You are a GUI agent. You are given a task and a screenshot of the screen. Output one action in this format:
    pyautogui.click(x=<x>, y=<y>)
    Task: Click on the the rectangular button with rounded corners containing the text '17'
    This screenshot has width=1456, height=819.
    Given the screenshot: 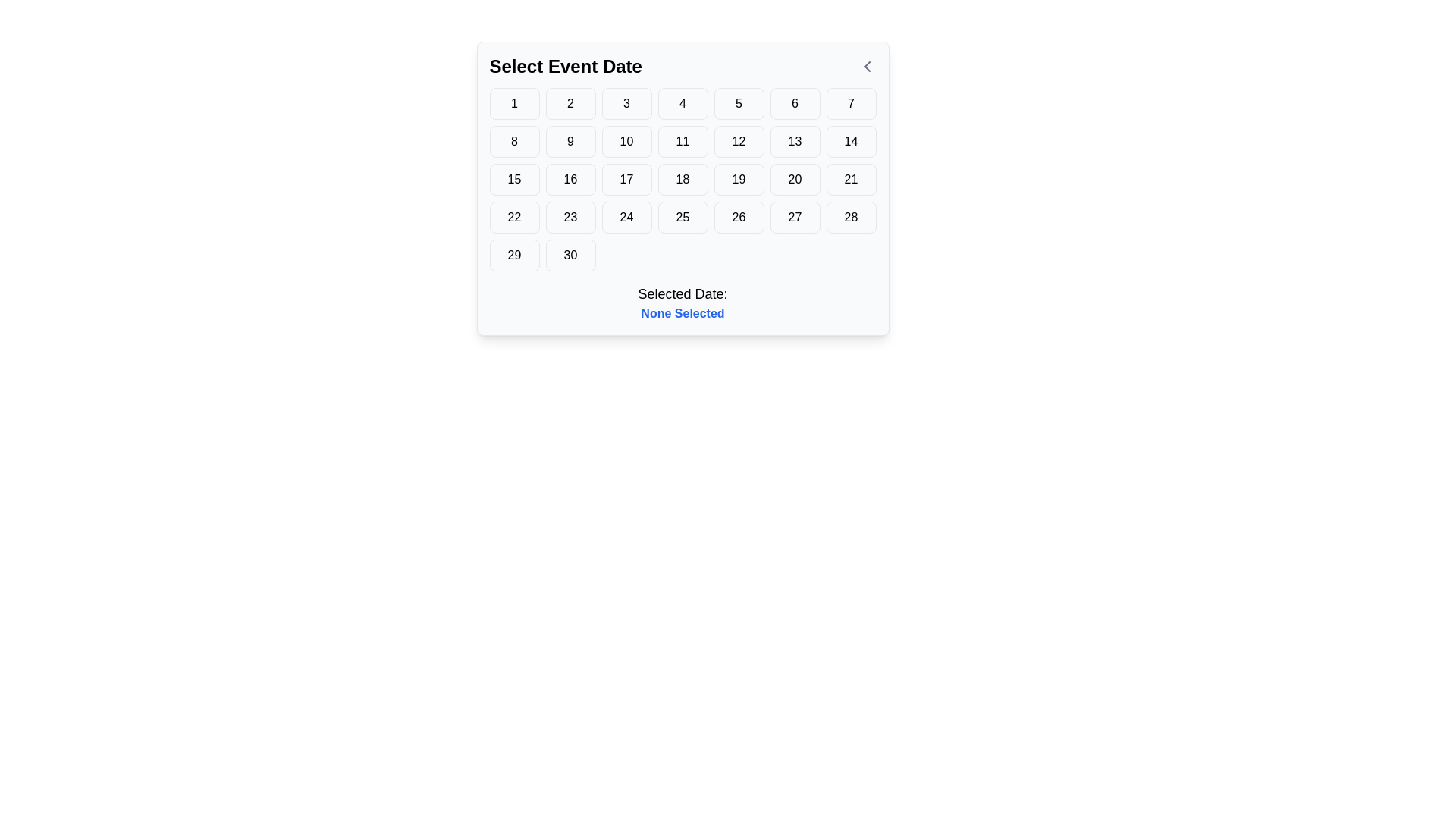 What is the action you would take?
    pyautogui.click(x=626, y=178)
    